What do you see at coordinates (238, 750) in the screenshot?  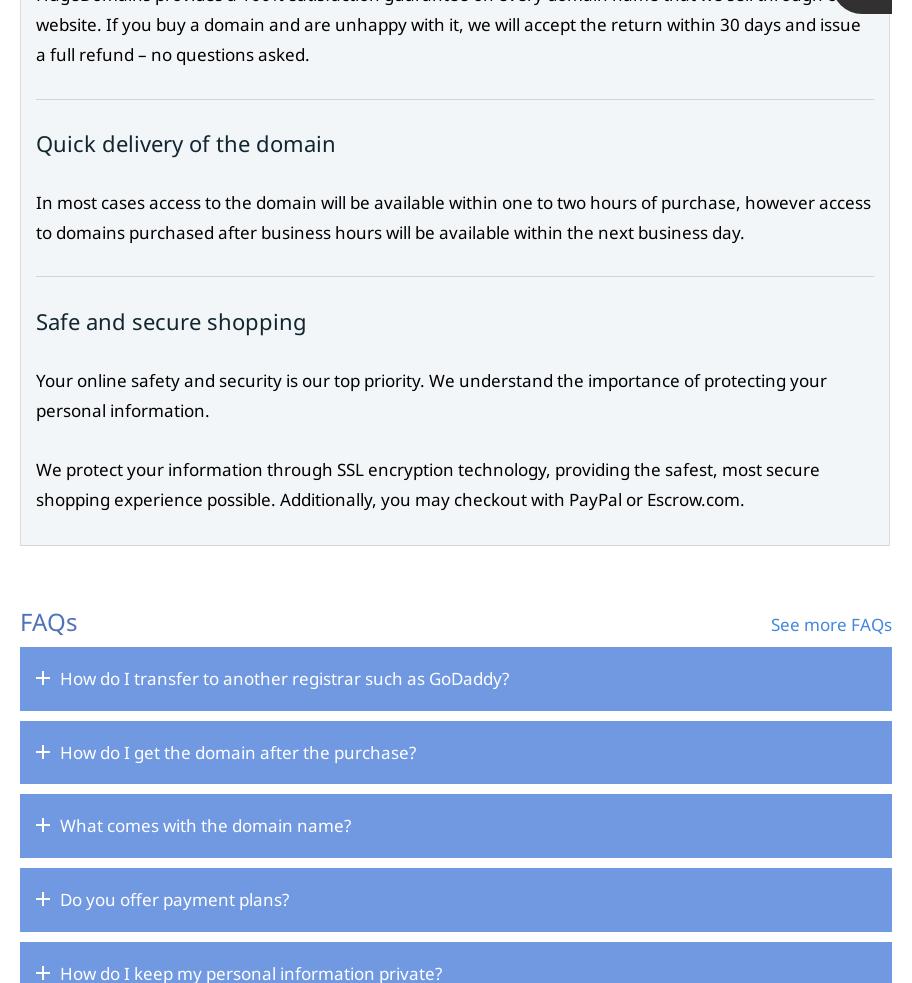 I see `'How do I get the domain after the purchase?'` at bounding box center [238, 750].